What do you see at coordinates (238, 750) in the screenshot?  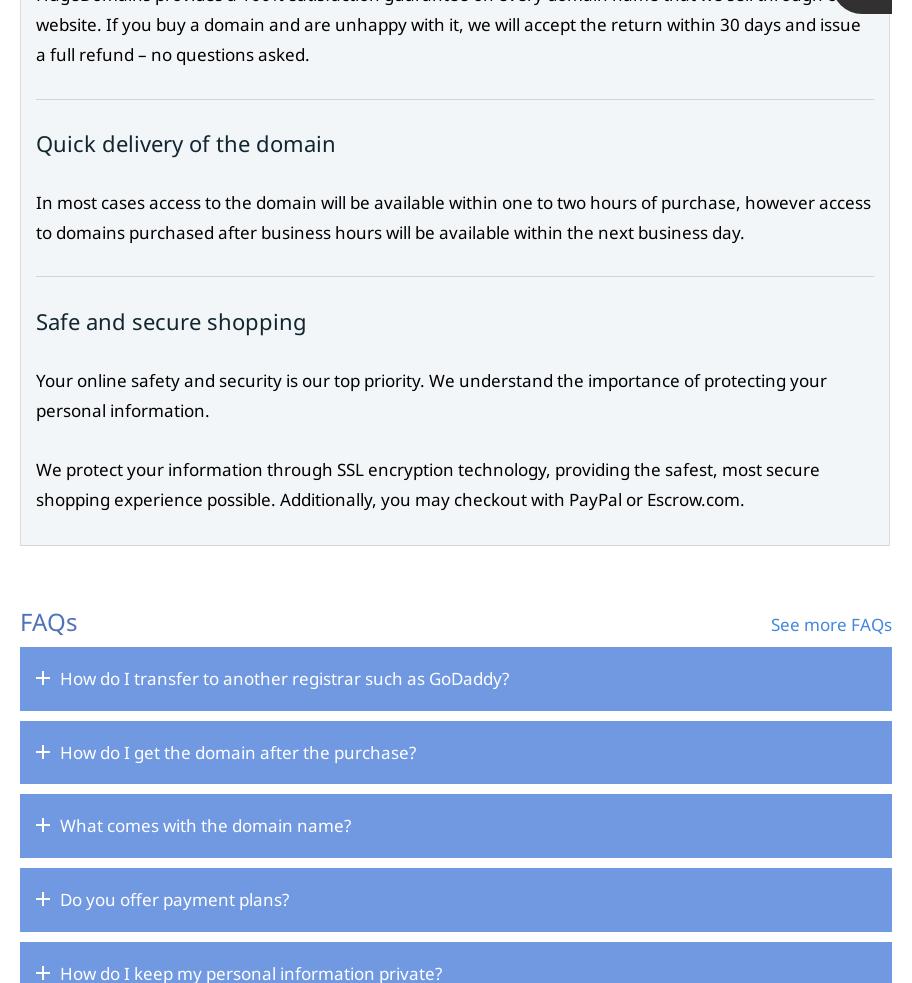 I see `'How do I get the domain after the purchase?'` at bounding box center [238, 750].